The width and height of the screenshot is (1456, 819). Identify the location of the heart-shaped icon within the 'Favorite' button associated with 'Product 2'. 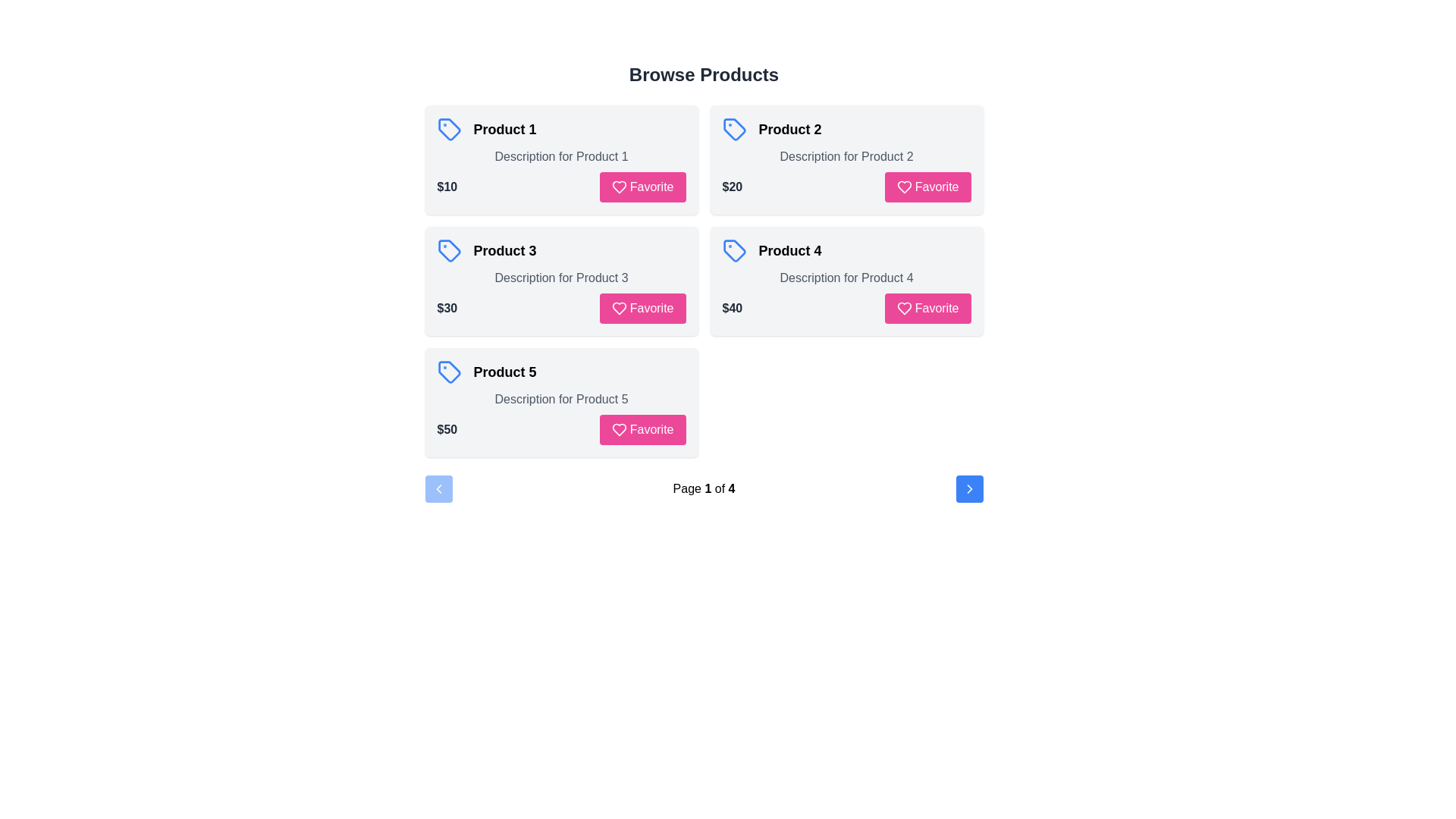
(904, 186).